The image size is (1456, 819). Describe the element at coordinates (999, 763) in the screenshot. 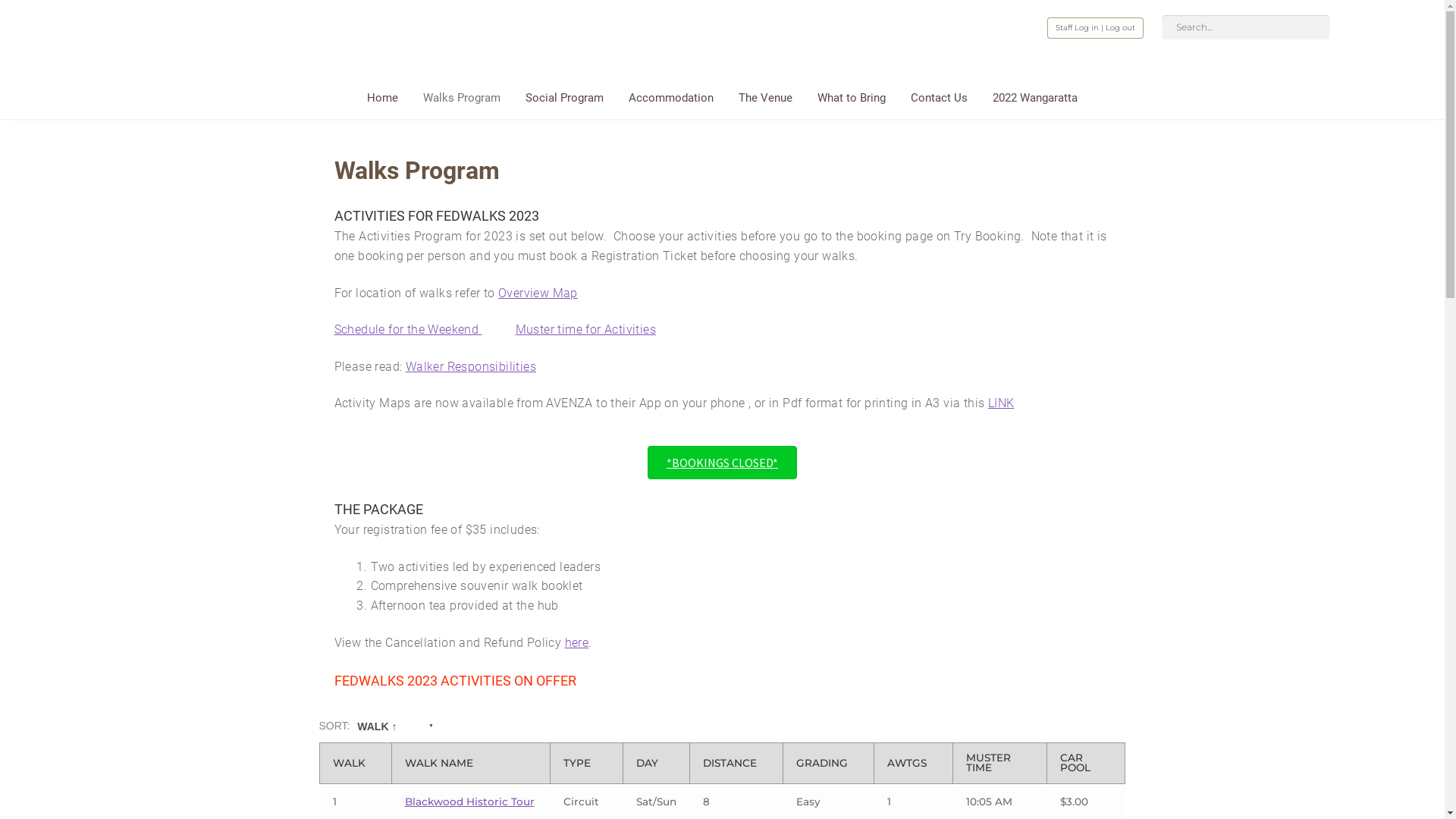

I see `'MUSTER TIME'` at that location.